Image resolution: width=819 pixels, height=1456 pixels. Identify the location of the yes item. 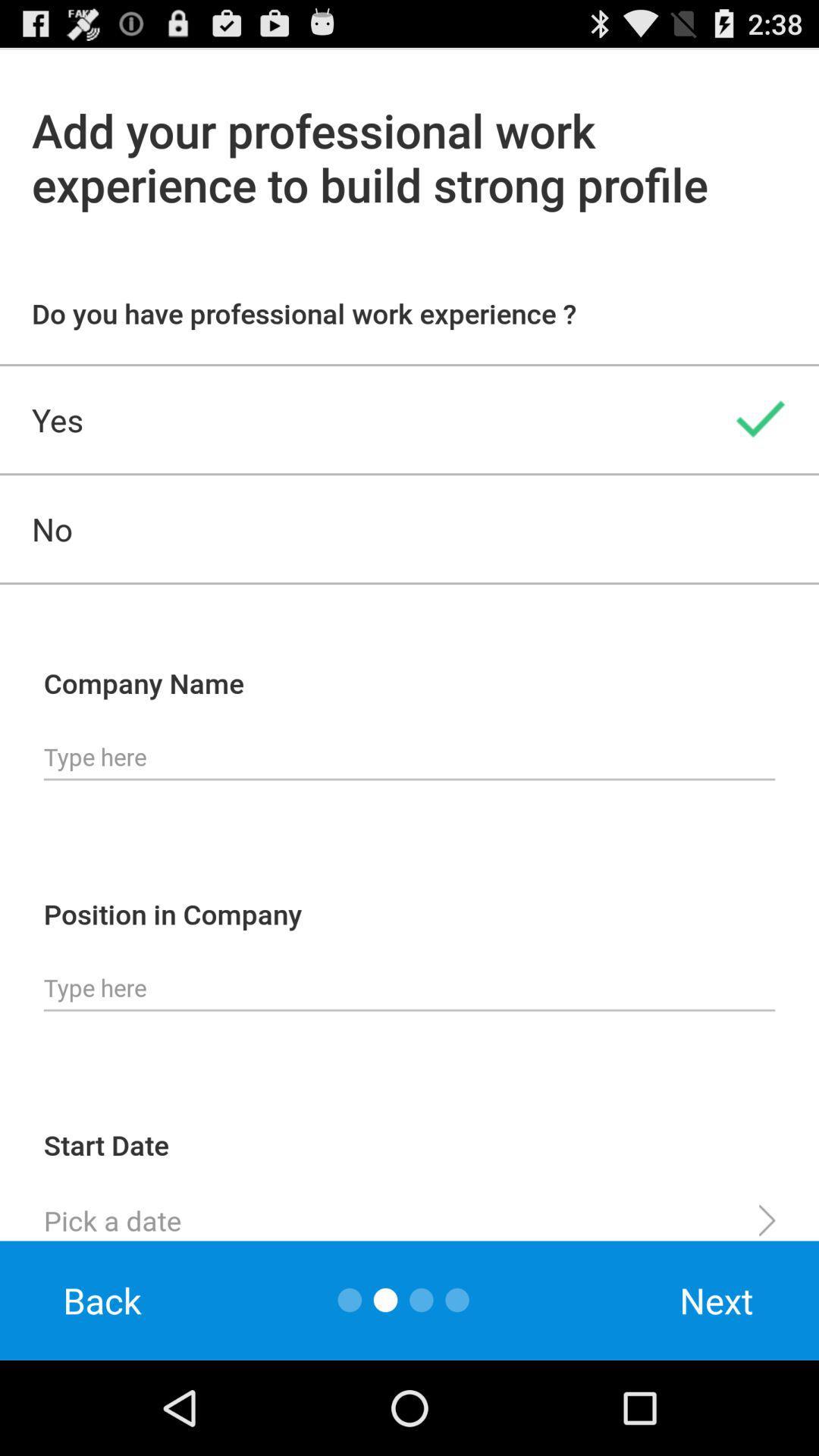
(409, 419).